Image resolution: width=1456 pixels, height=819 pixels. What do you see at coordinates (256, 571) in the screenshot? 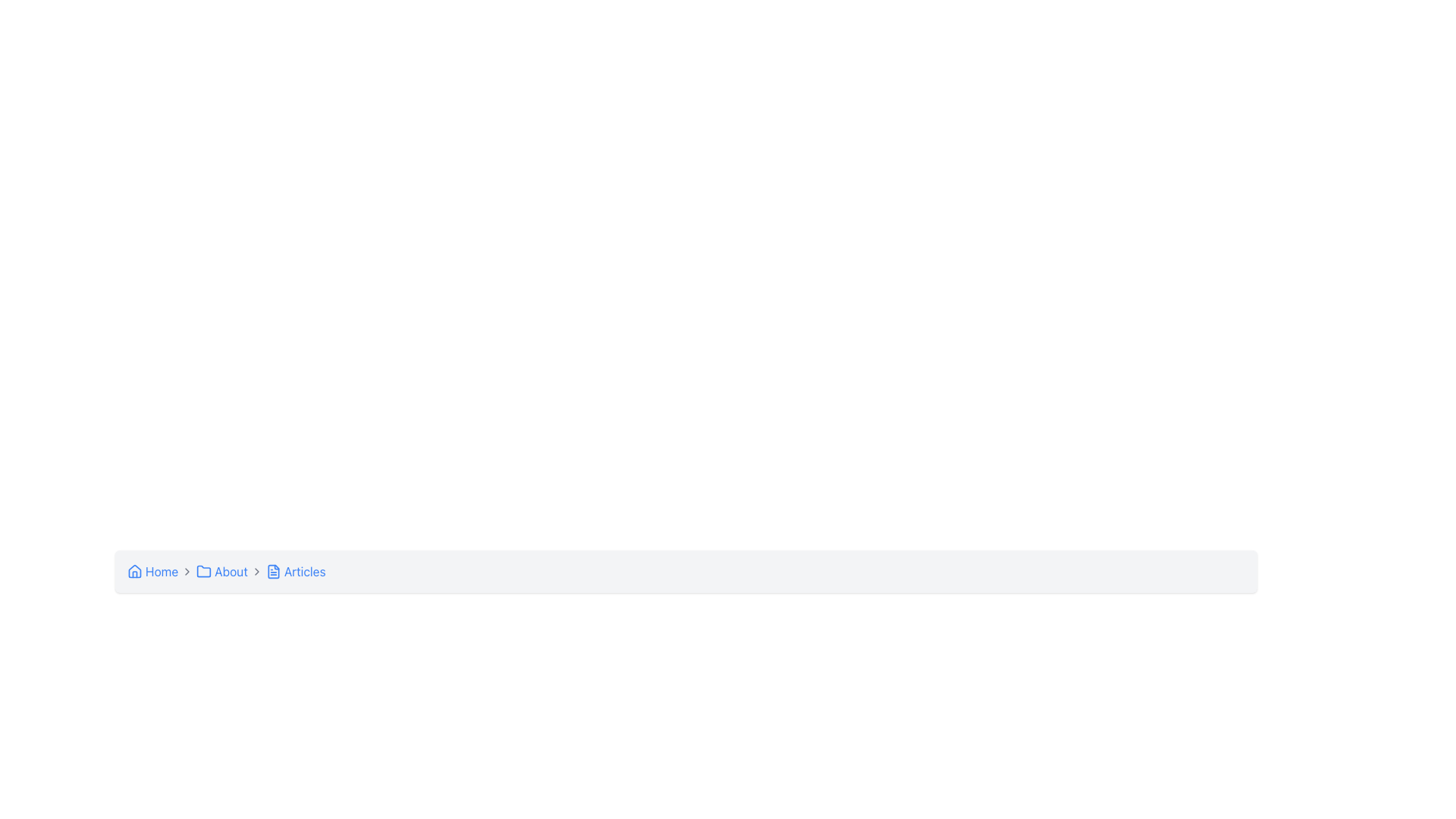
I see `the right-facing gray chevron icon located between the 'About' and 'Articles' text links in the breadcrumb navigation` at bounding box center [256, 571].